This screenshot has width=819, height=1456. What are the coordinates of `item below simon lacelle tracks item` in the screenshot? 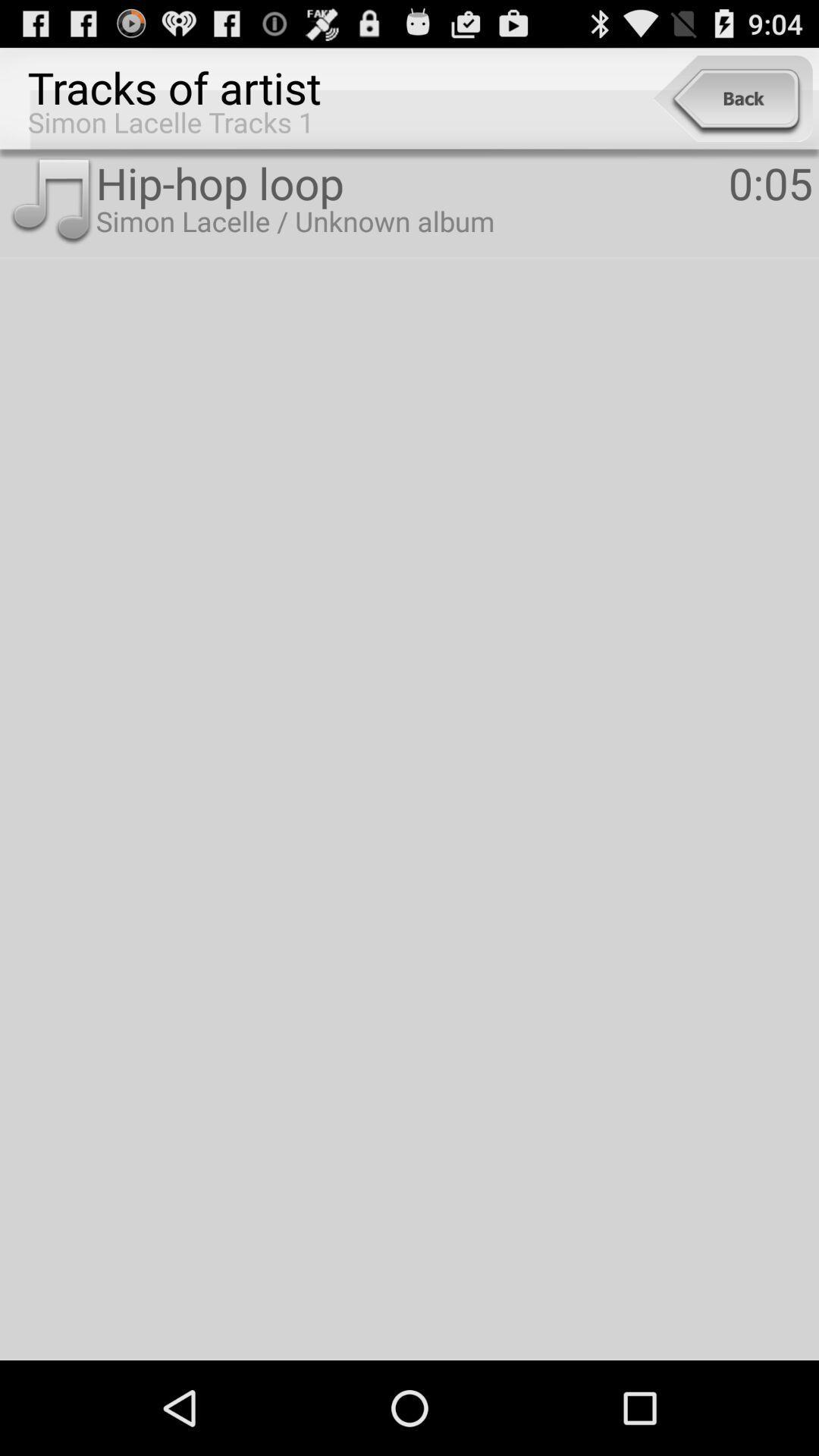 It's located at (50, 201).